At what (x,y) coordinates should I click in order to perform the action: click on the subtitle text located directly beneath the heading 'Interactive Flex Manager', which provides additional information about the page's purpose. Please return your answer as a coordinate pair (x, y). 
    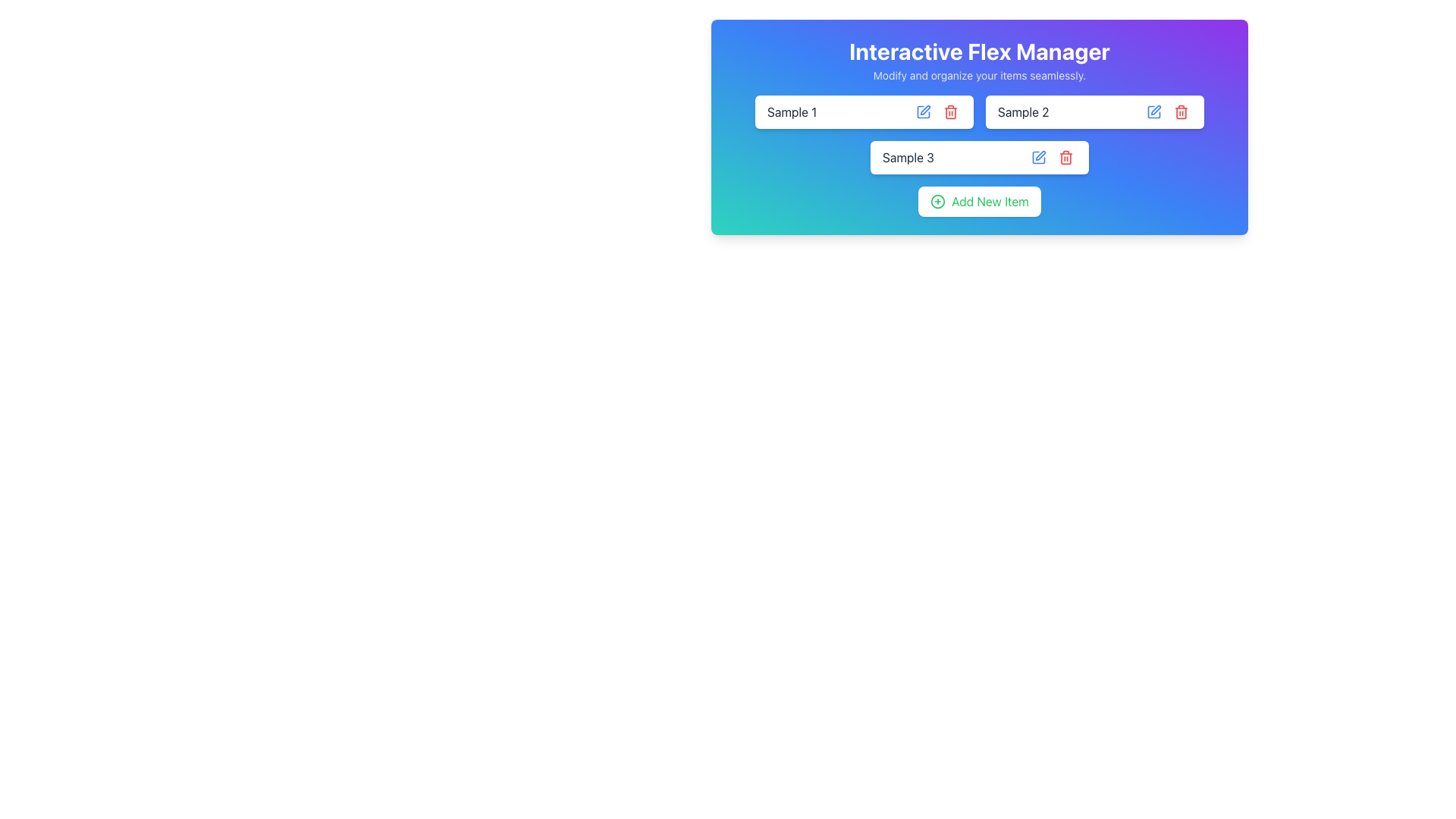
    Looking at the image, I should click on (979, 76).